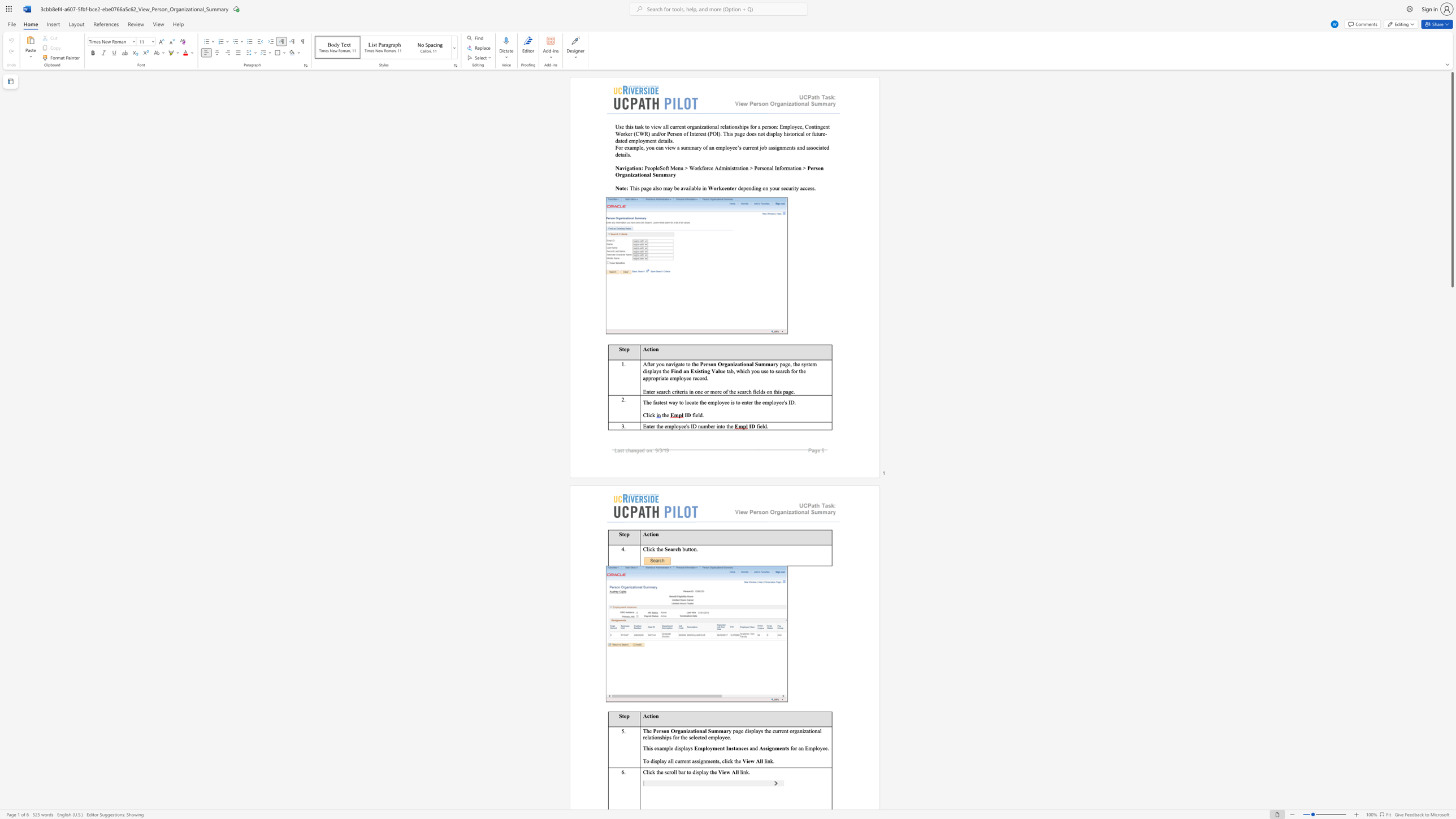 The image size is (1456, 819). What do you see at coordinates (726, 363) in the screenshot?
I see `the space between the continuous character "g" and "a" in the text` at bounding box center [726, 363].